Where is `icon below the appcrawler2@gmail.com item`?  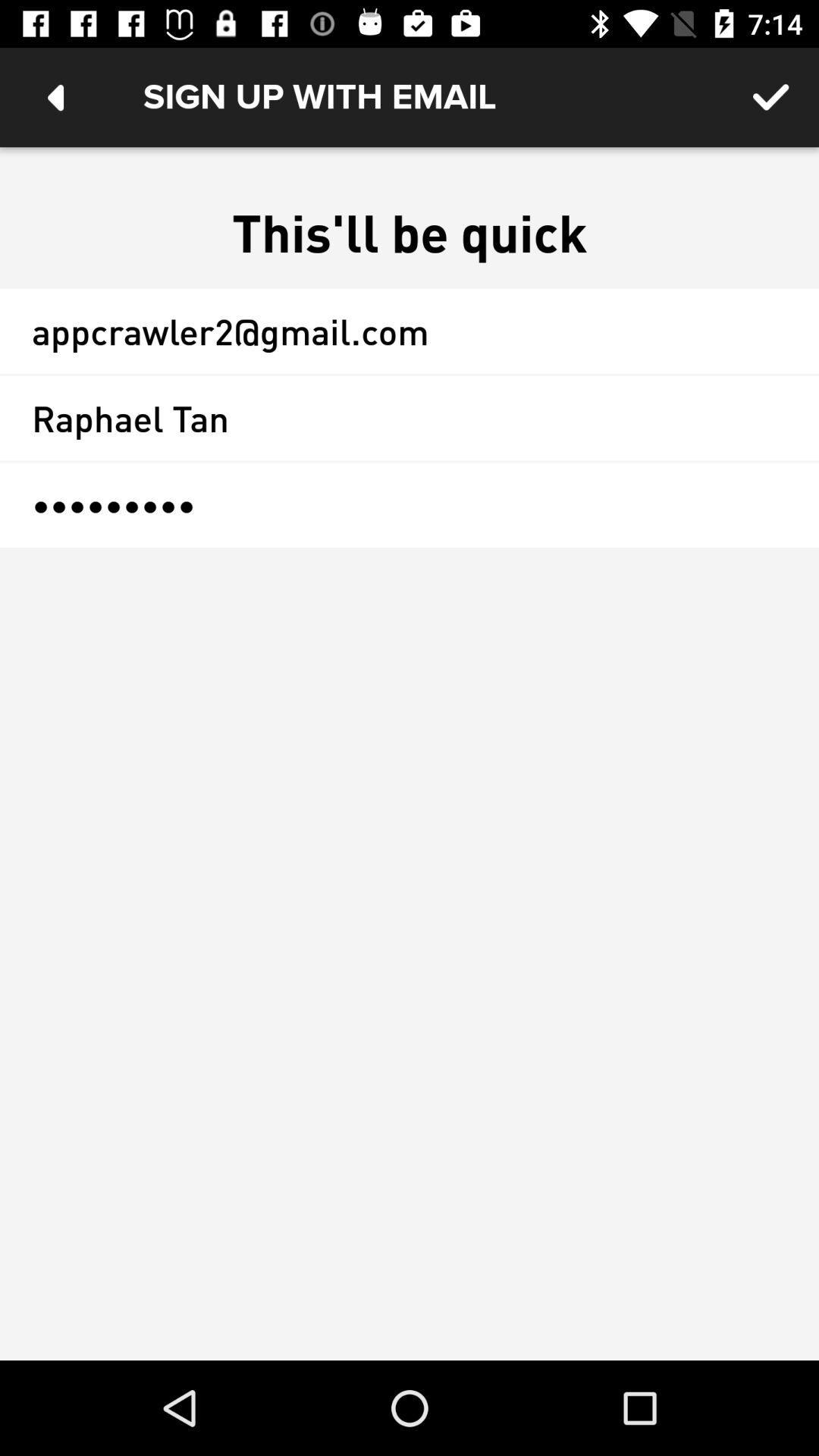 icon below the appcrawler2@gmail.com item is located at coordinates (409, 418).